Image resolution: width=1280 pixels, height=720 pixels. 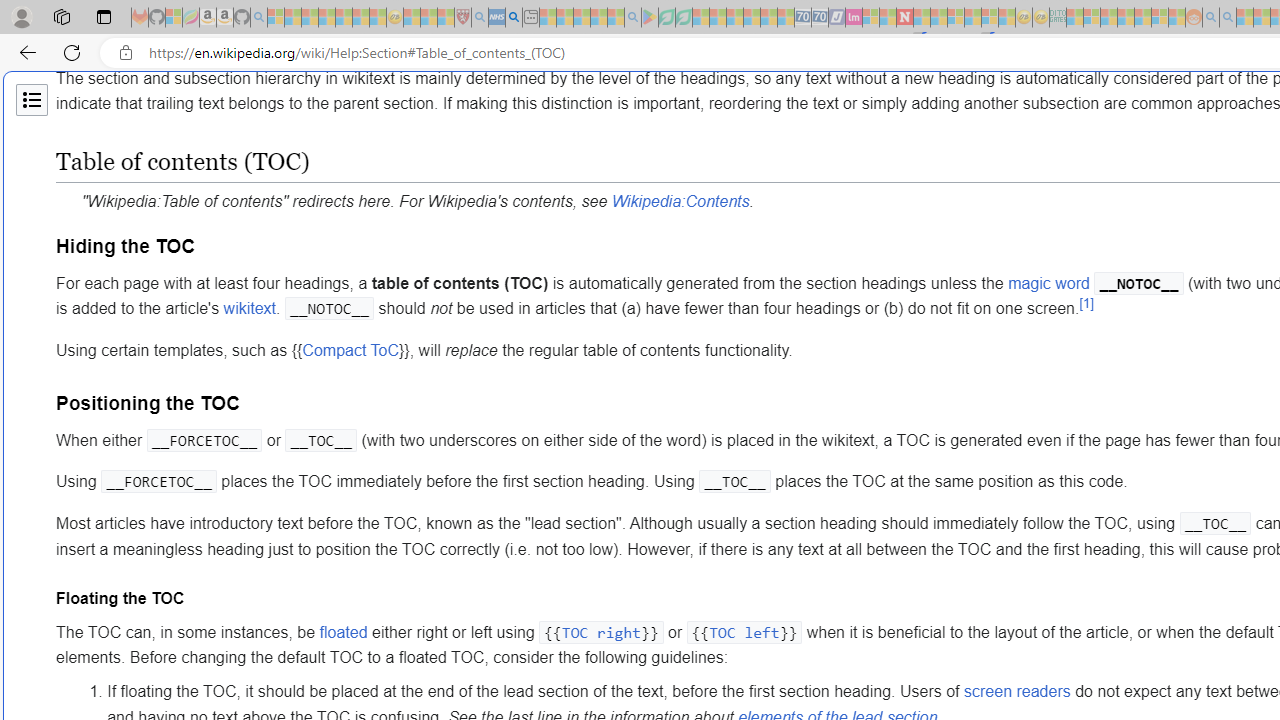 What do you see at coordinates (1048, 283) in the screenshot?
I see `'magic word'` at bounding box center [1048, 283].